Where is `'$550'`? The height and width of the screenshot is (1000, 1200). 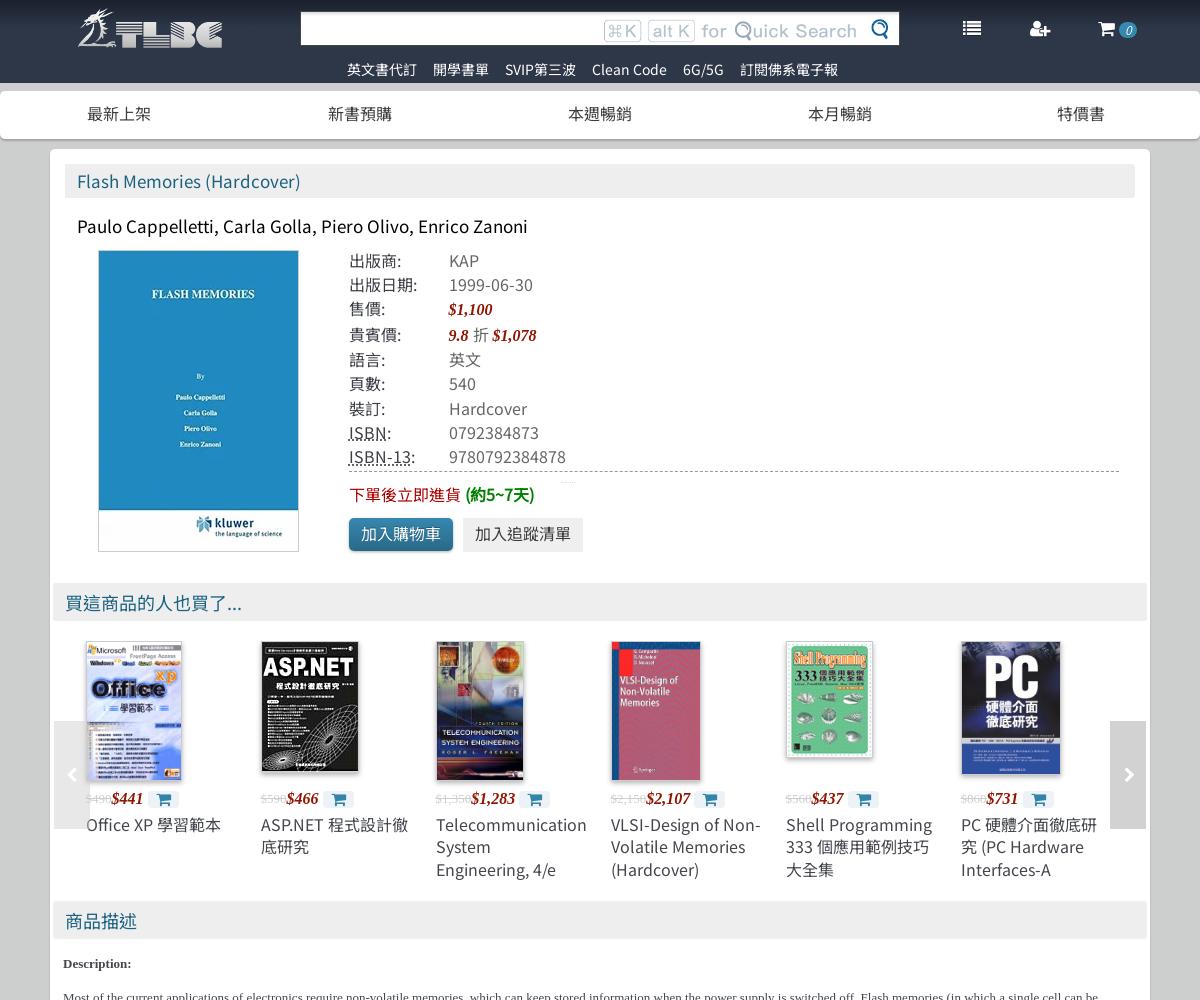 '$550' is located at coordinates (1133, 797).